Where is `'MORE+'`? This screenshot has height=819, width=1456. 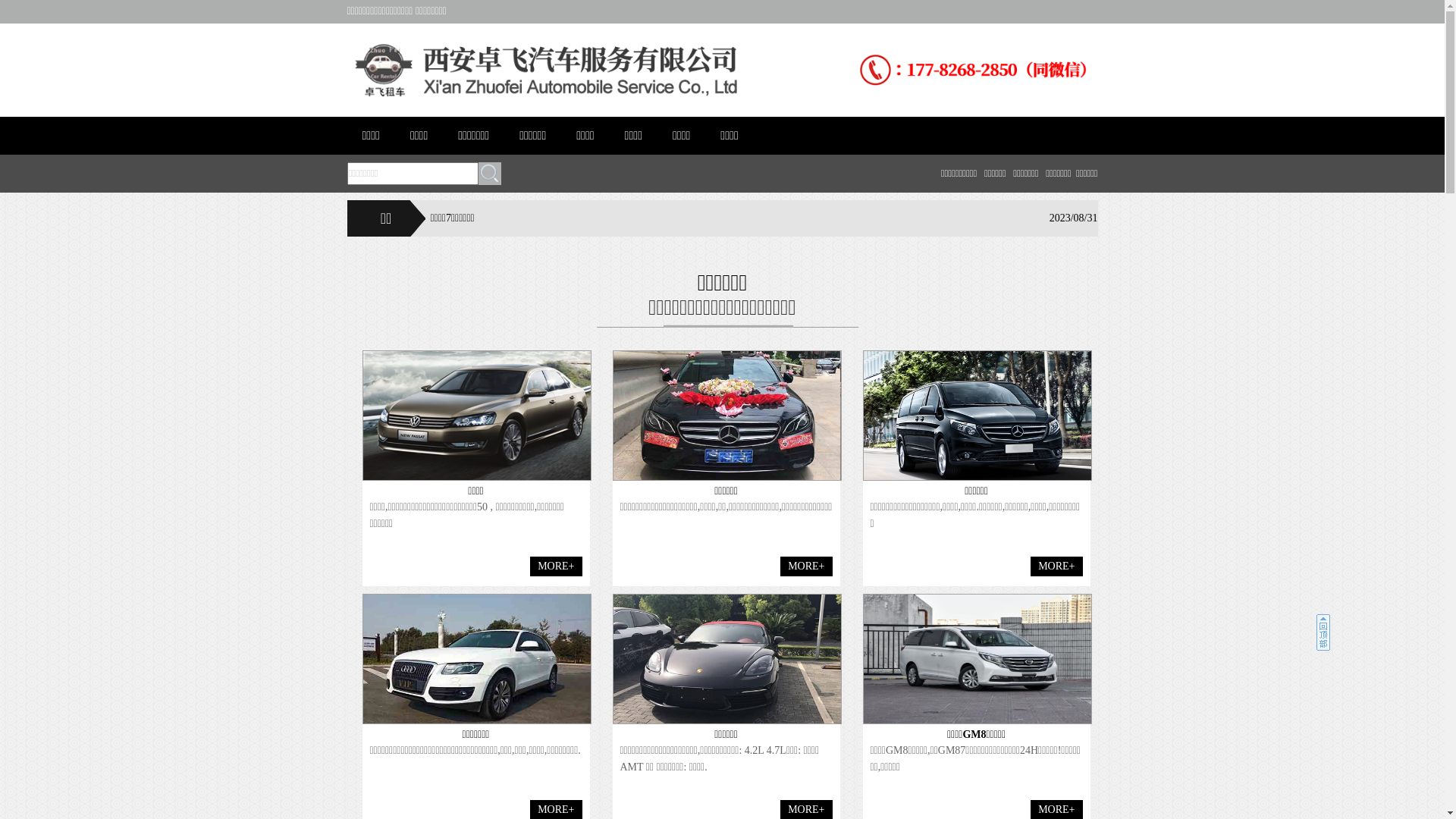
'MORE+' is located at coordinates (555, 566).